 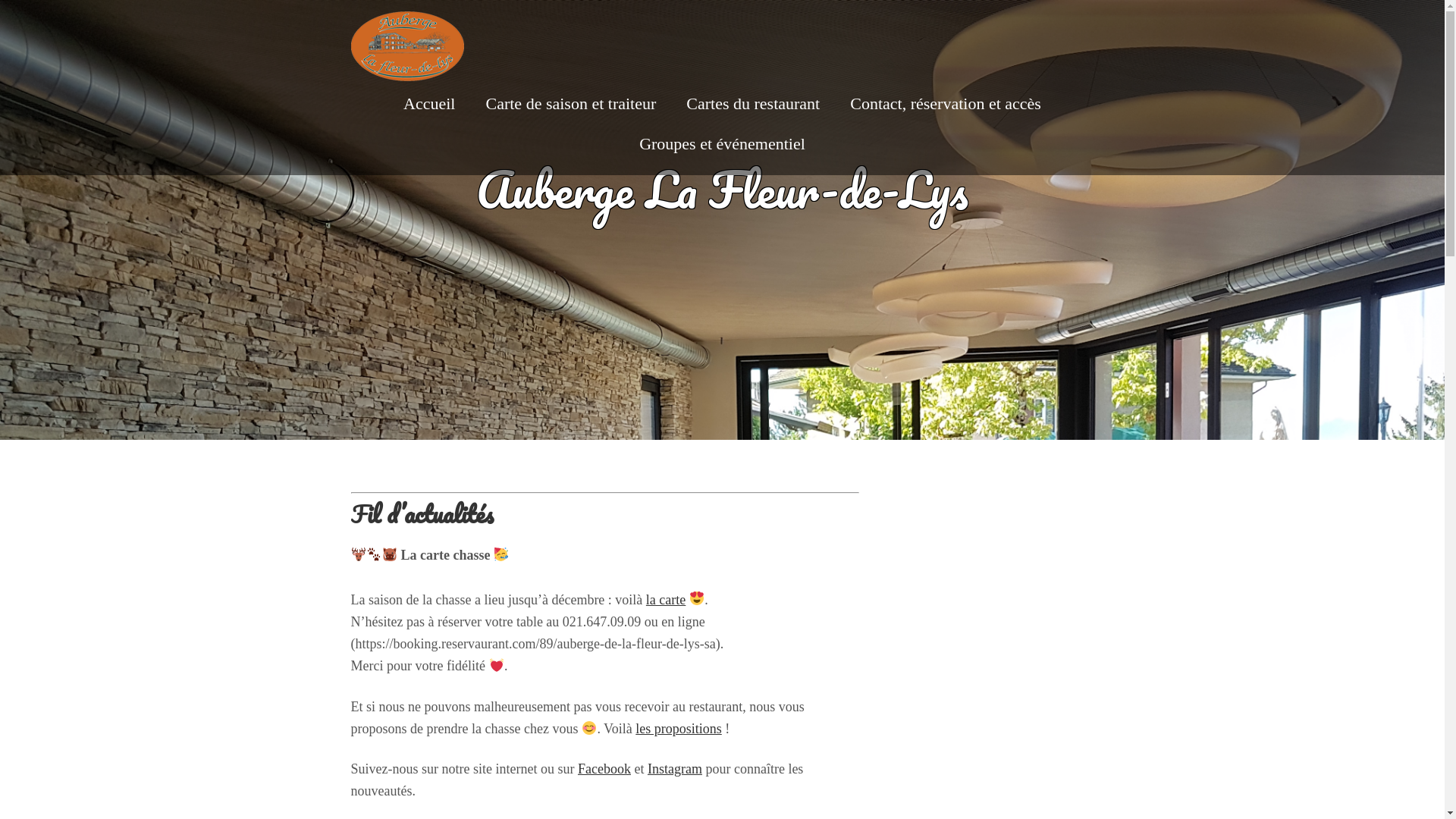 I want to click on 'Cartes du restaurant', so click(x=686, y=102).